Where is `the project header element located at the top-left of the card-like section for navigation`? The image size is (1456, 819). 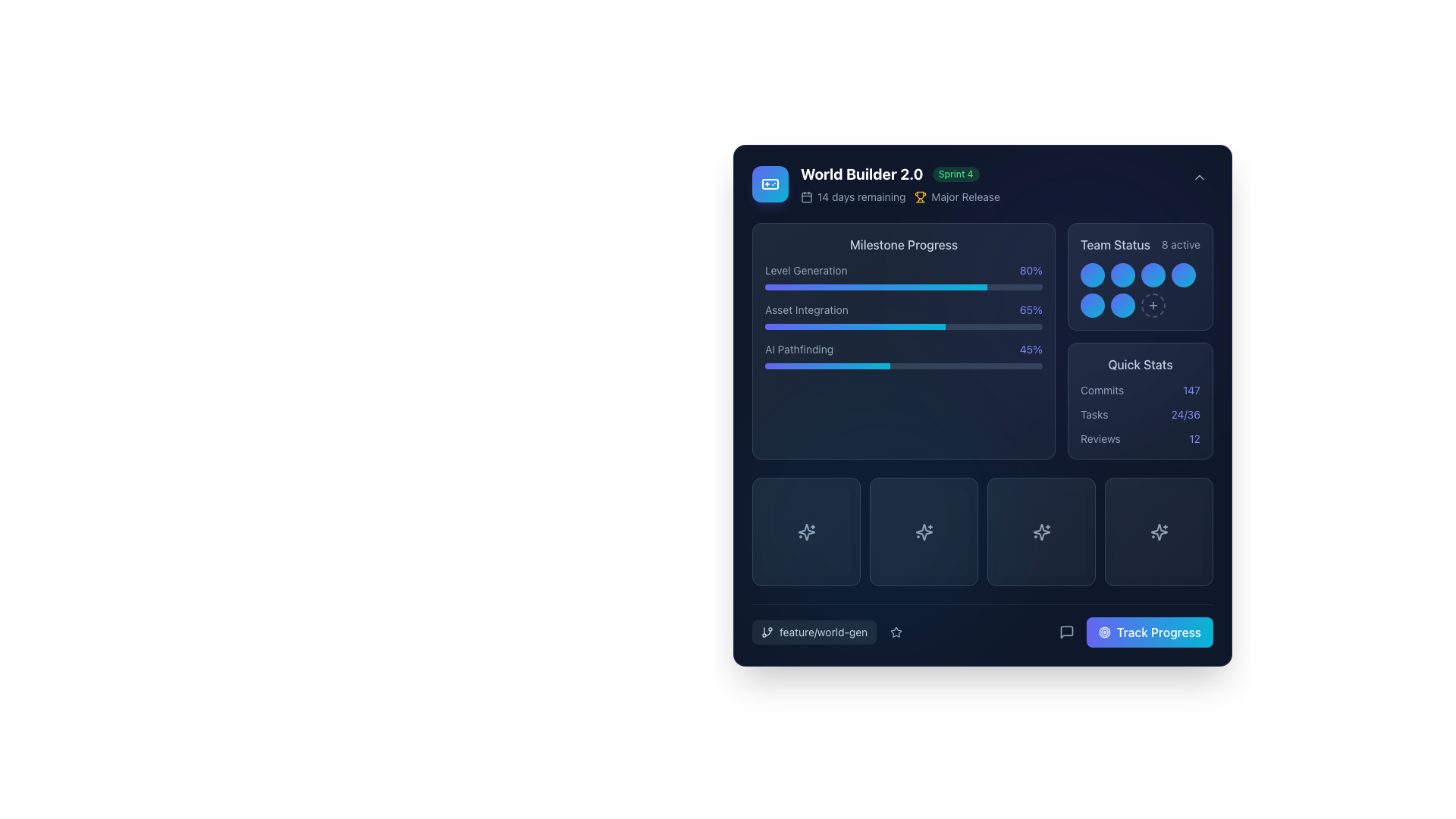 the project header element located at the top-left of the card-like section for navigation is located at coordinates (900, 184).